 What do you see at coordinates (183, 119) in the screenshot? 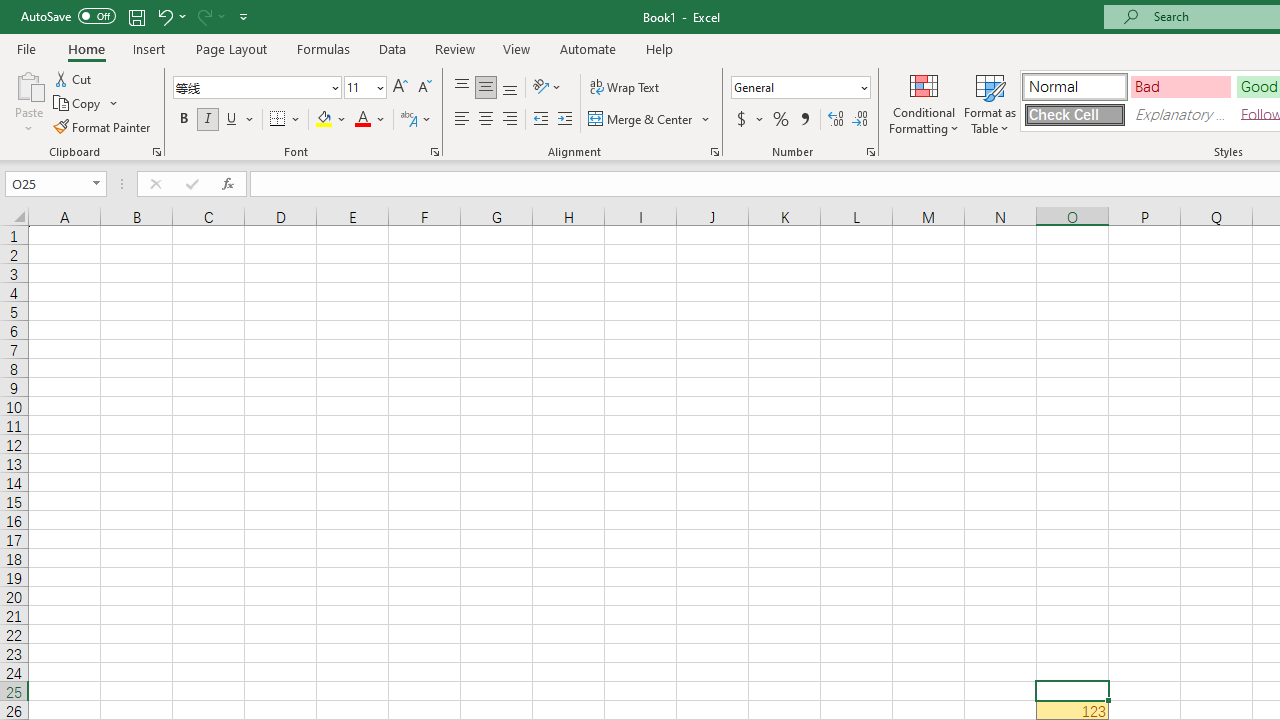
I see `'Bold'` at bounding box center [183, 119].